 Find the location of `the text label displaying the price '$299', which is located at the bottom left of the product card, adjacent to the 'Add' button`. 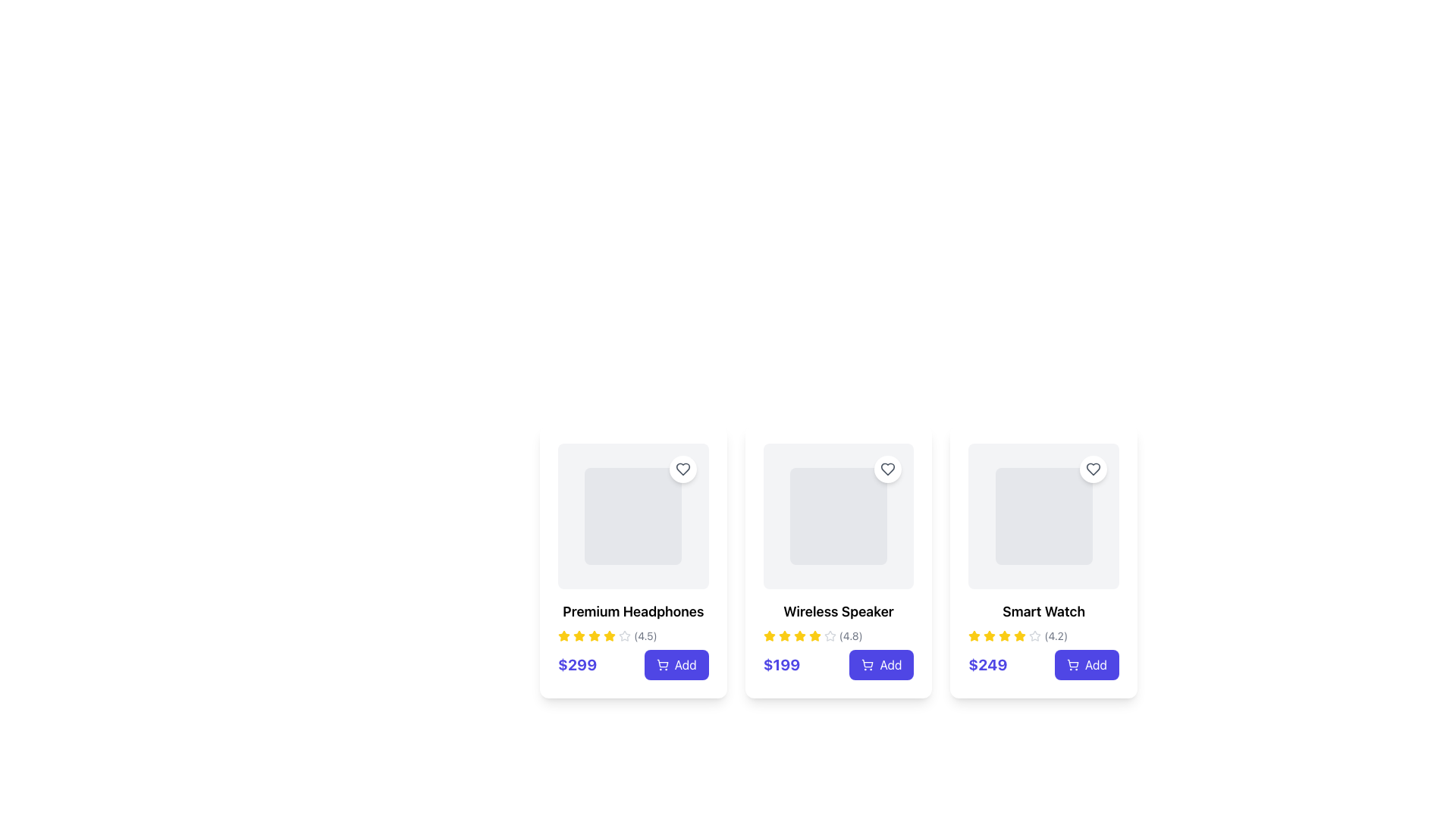

the text label displaying the price '$299', which is located at the bottom left of the product card, adjacent to the 'Add' button is located at coordinates (576, 664).